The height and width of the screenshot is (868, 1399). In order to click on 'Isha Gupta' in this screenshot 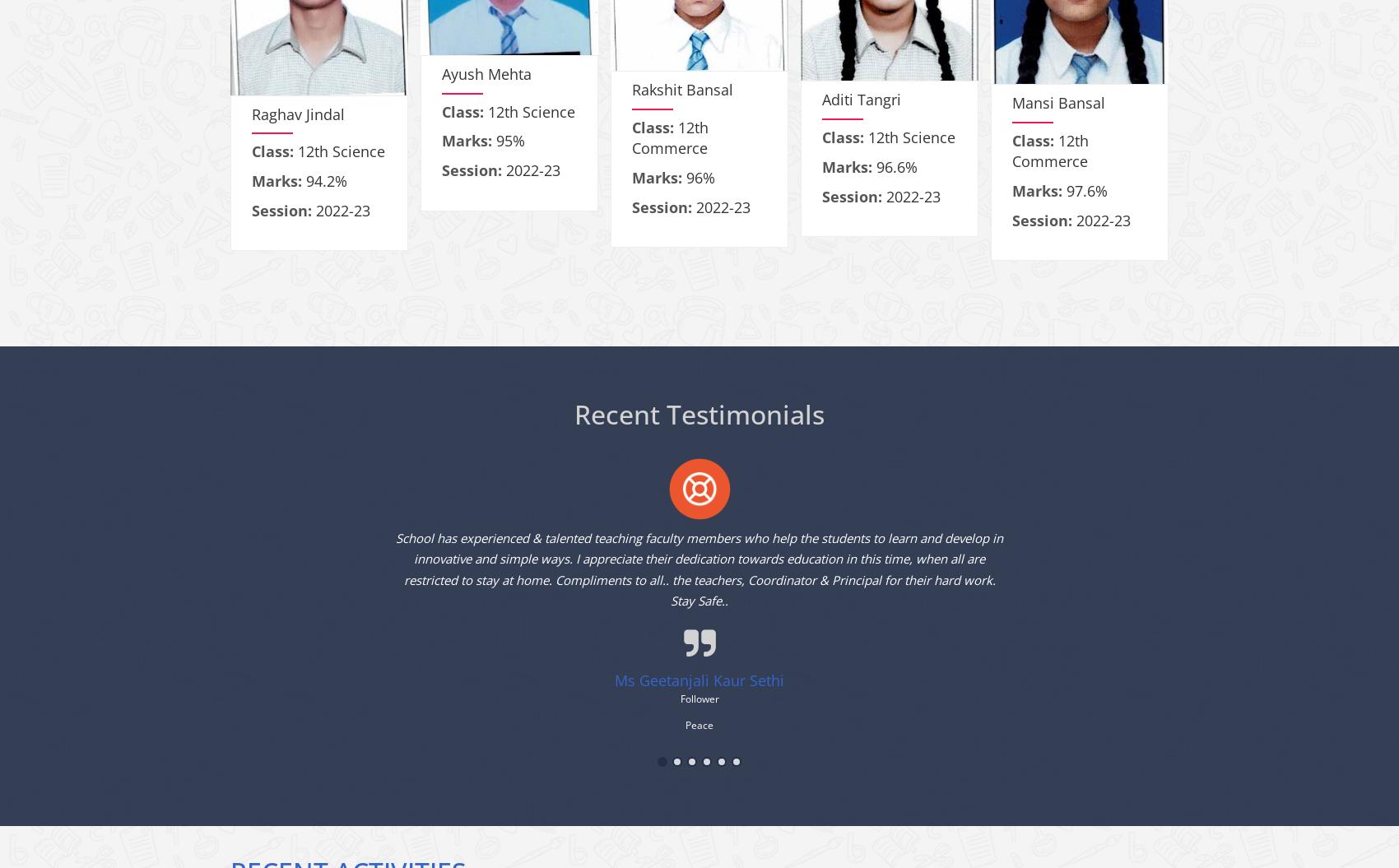, I will do `click(98, 141)`.